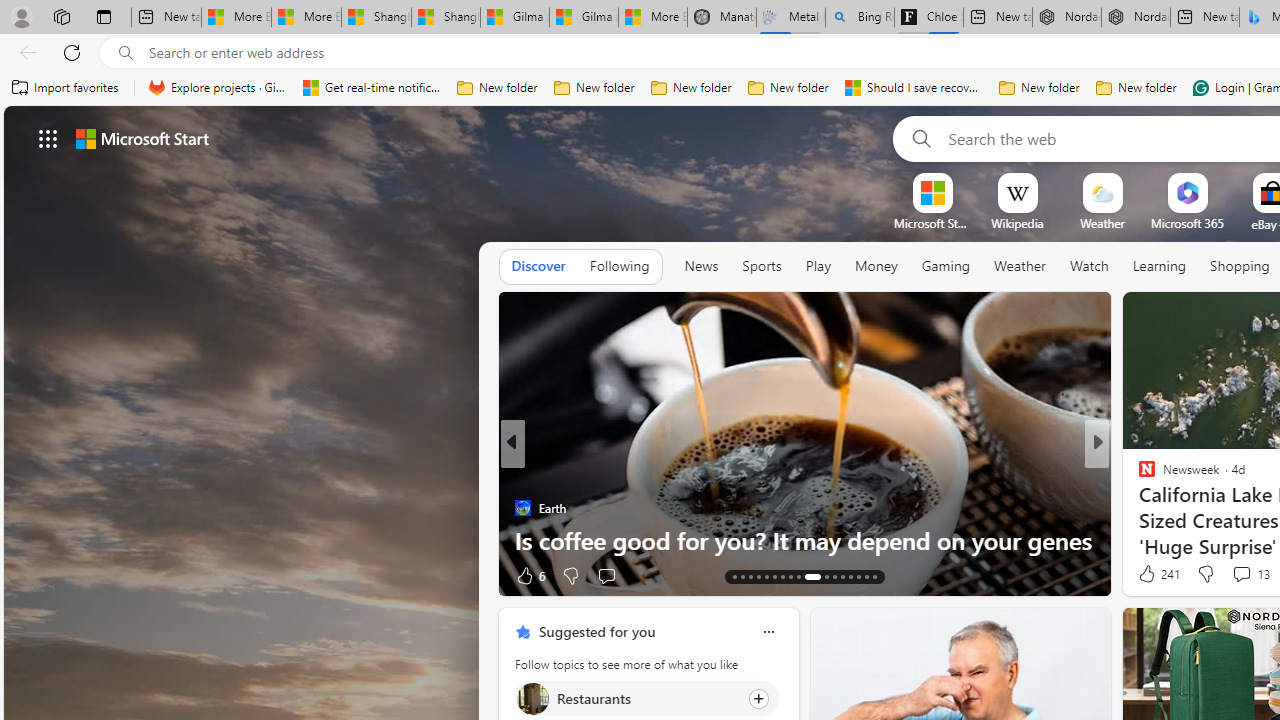 The image size is (1280, 720). Describe the element at coordinates (749, 577) in the screenshot. I see `'AutomationID: tab-15'` at that location.